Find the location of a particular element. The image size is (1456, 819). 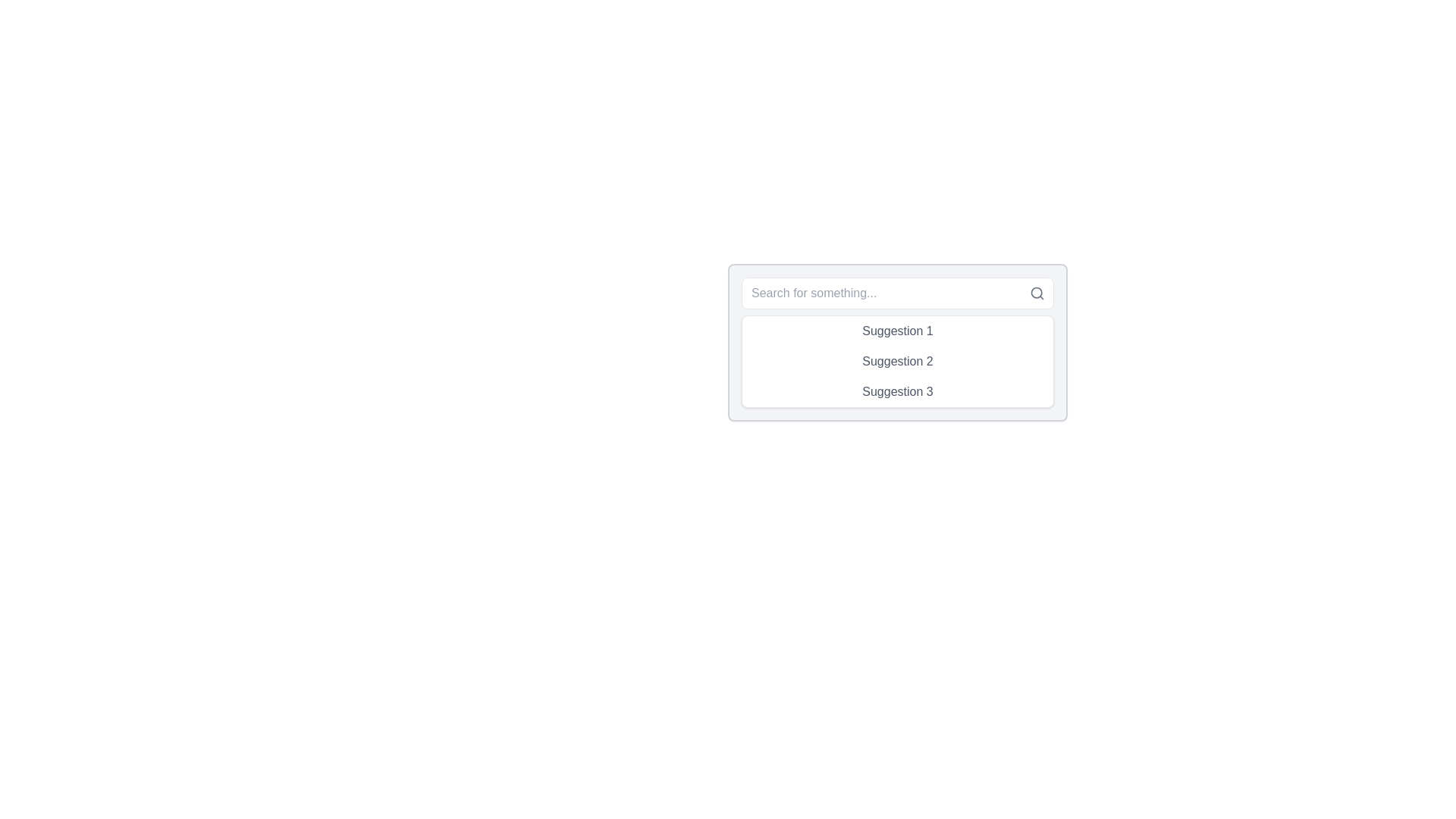

the first suggestion item labeled 'Suggestion 1' in the dropdown menu is located at coordinates (898, 330).